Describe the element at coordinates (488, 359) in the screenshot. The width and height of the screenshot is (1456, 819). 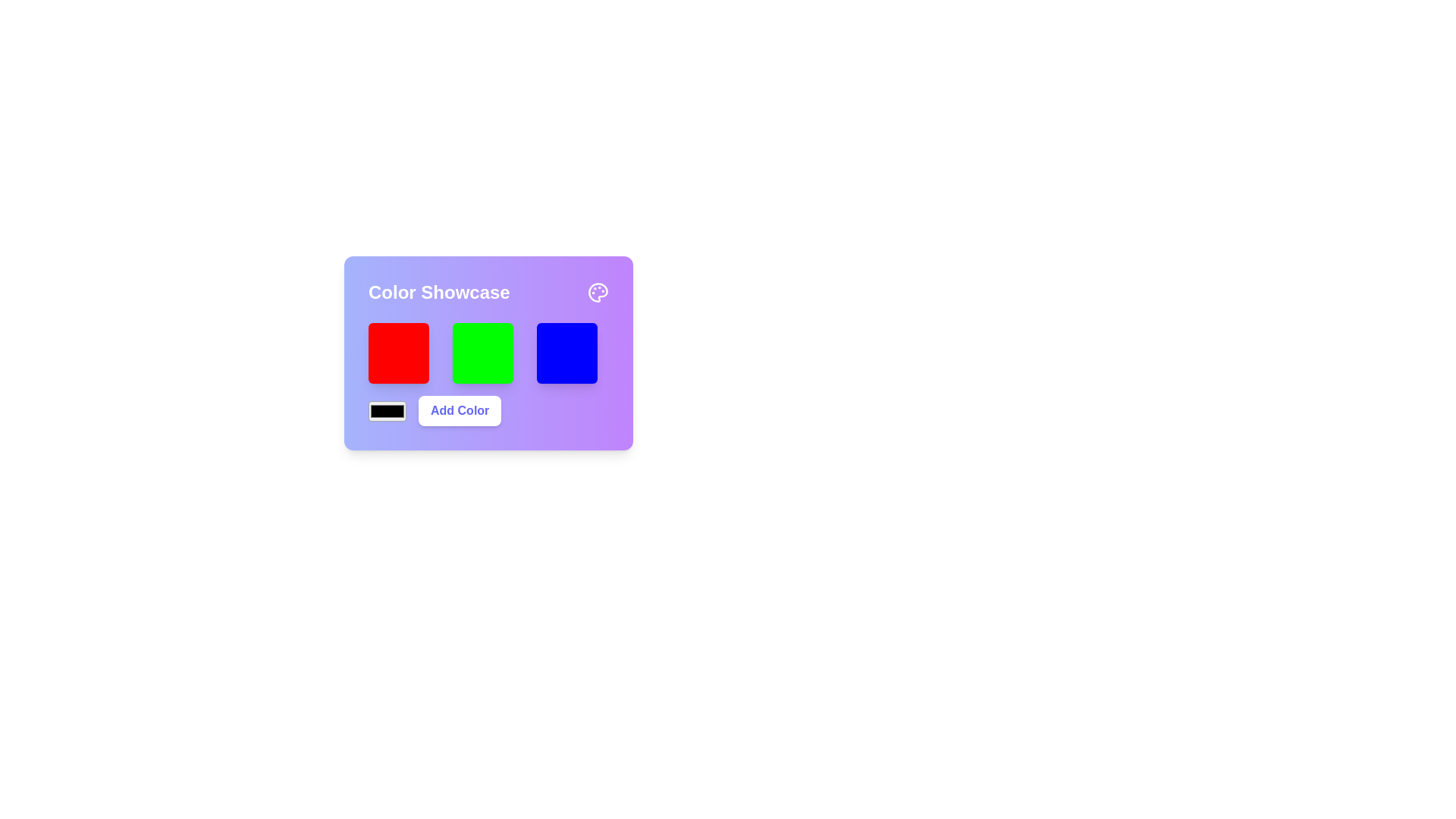
I see `the Color display grid` at that location.